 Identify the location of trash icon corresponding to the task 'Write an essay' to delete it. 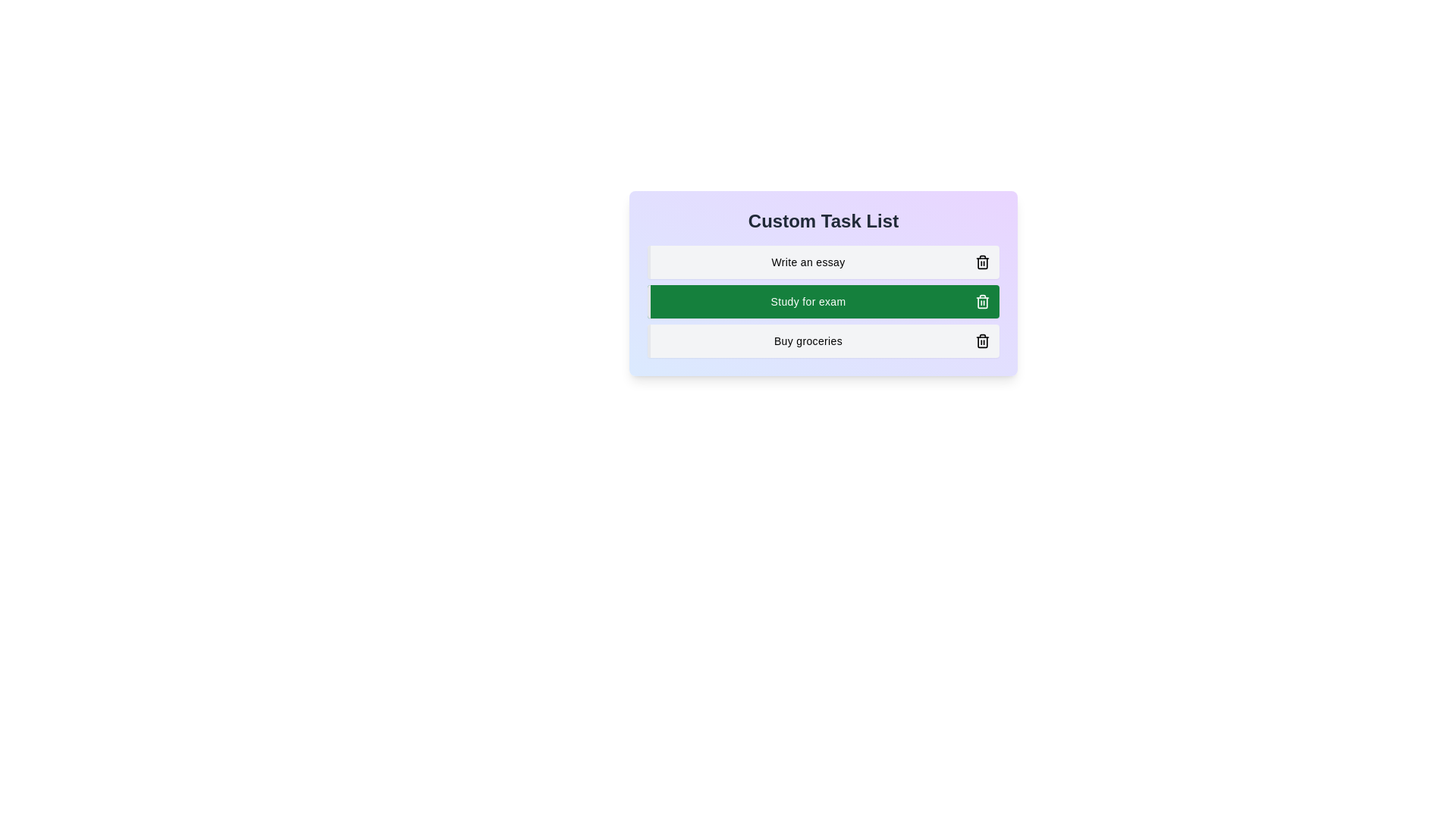
(983, 262).